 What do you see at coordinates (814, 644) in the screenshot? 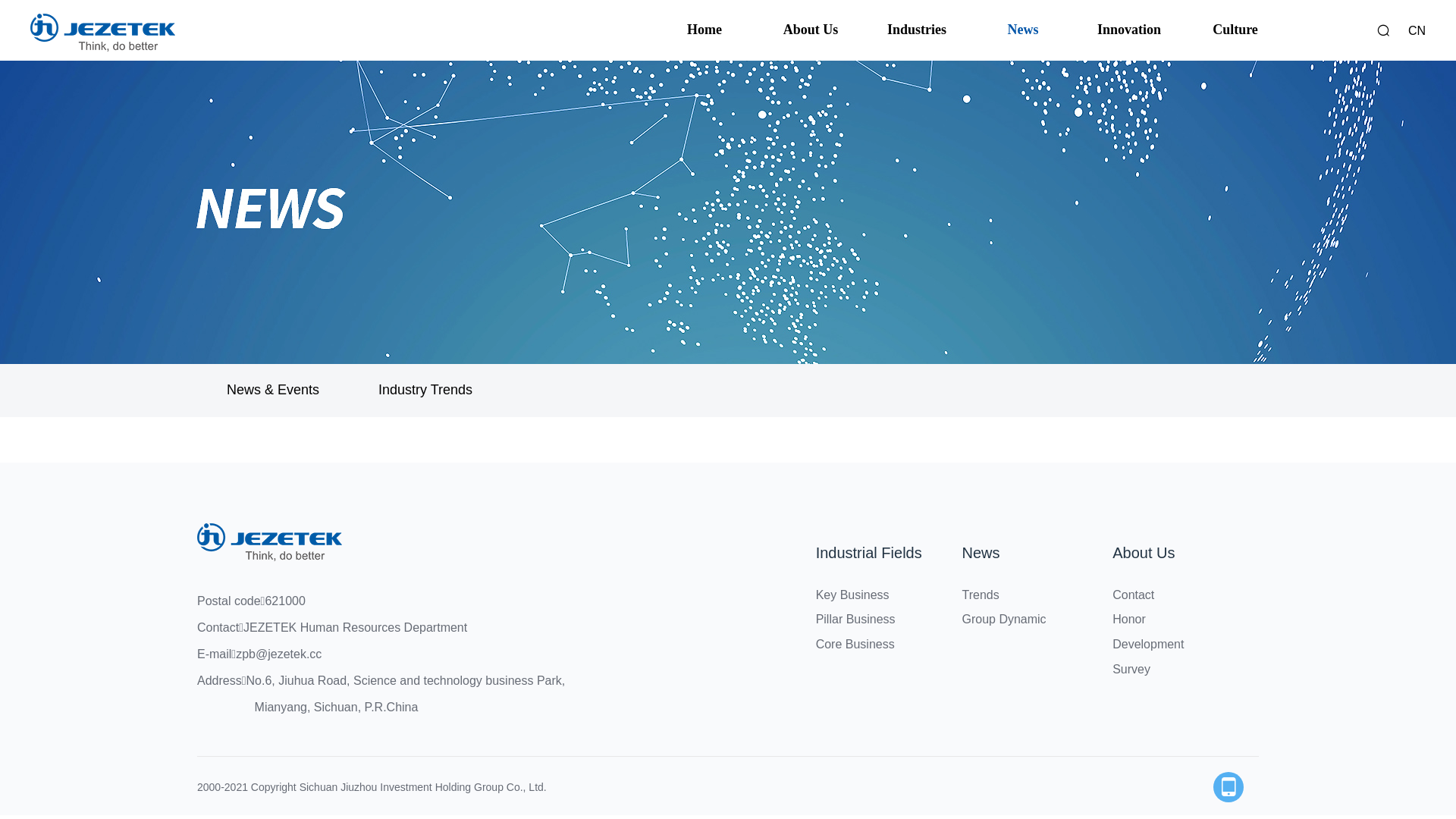
I see `'Core Business'` at bounding box center [814, 644].